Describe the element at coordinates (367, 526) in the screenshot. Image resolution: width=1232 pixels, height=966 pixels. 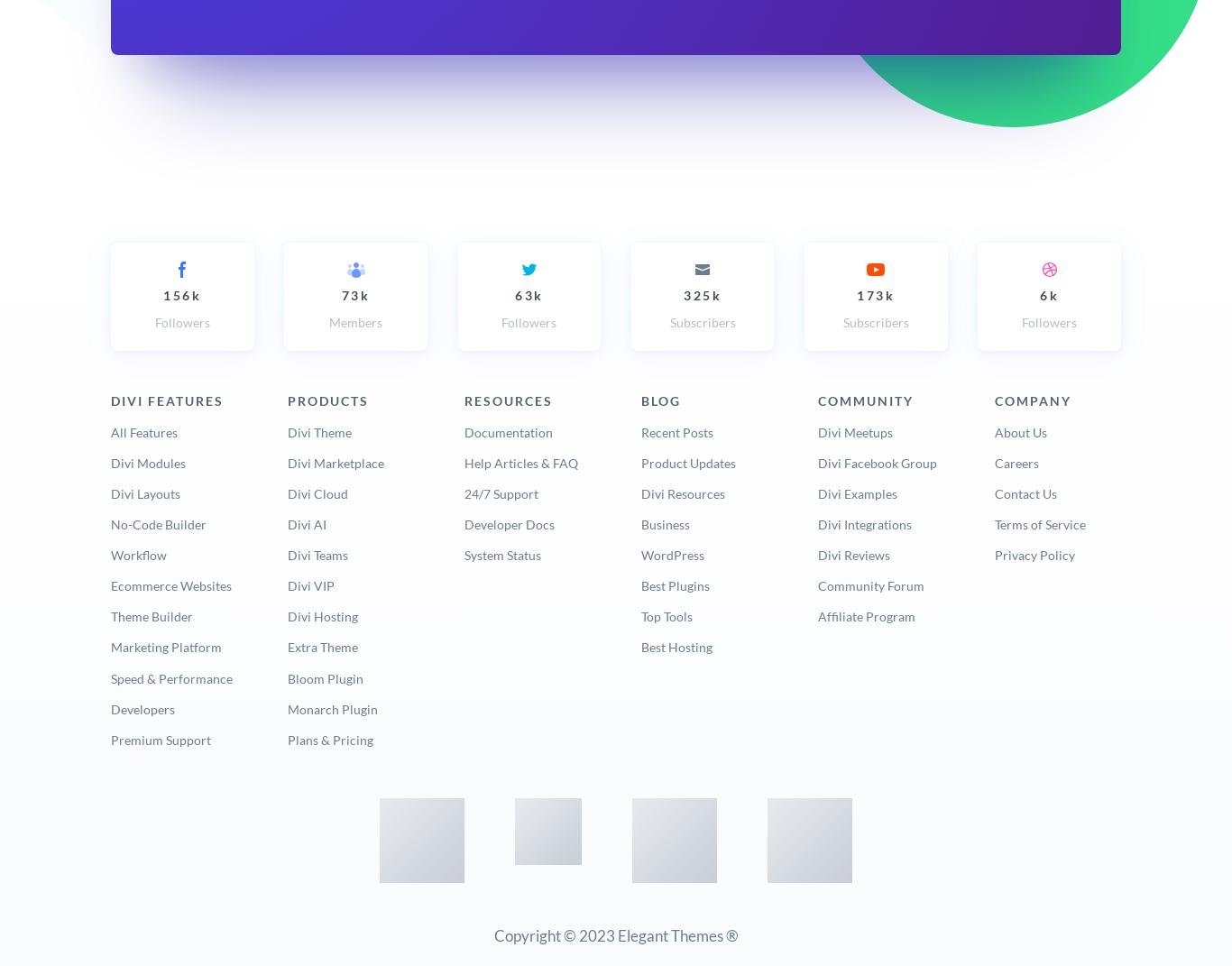
I see `'Brand New!'` at that location.